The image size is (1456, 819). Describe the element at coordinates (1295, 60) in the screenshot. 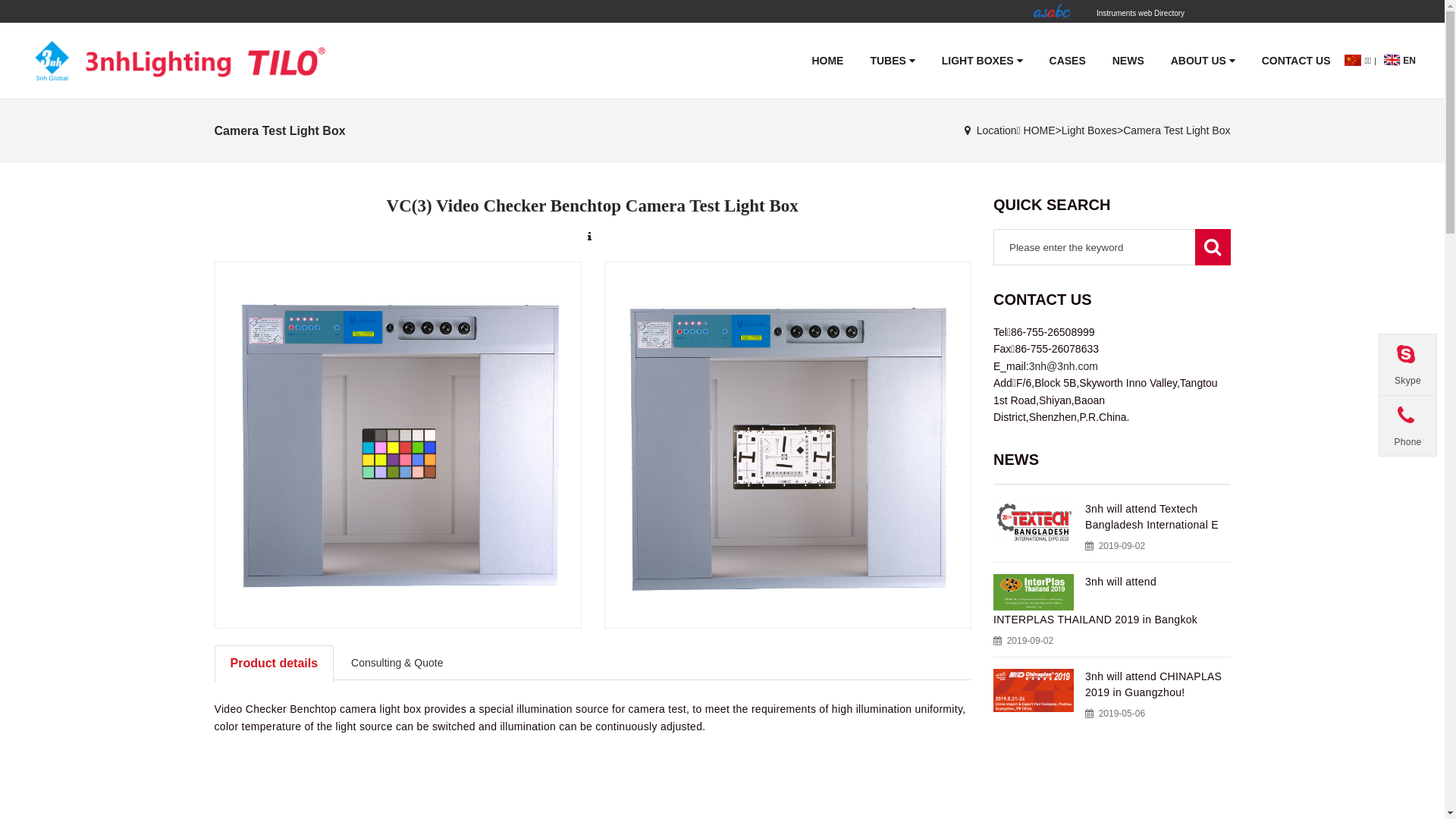

I see `'CONTACT US'` at that location.